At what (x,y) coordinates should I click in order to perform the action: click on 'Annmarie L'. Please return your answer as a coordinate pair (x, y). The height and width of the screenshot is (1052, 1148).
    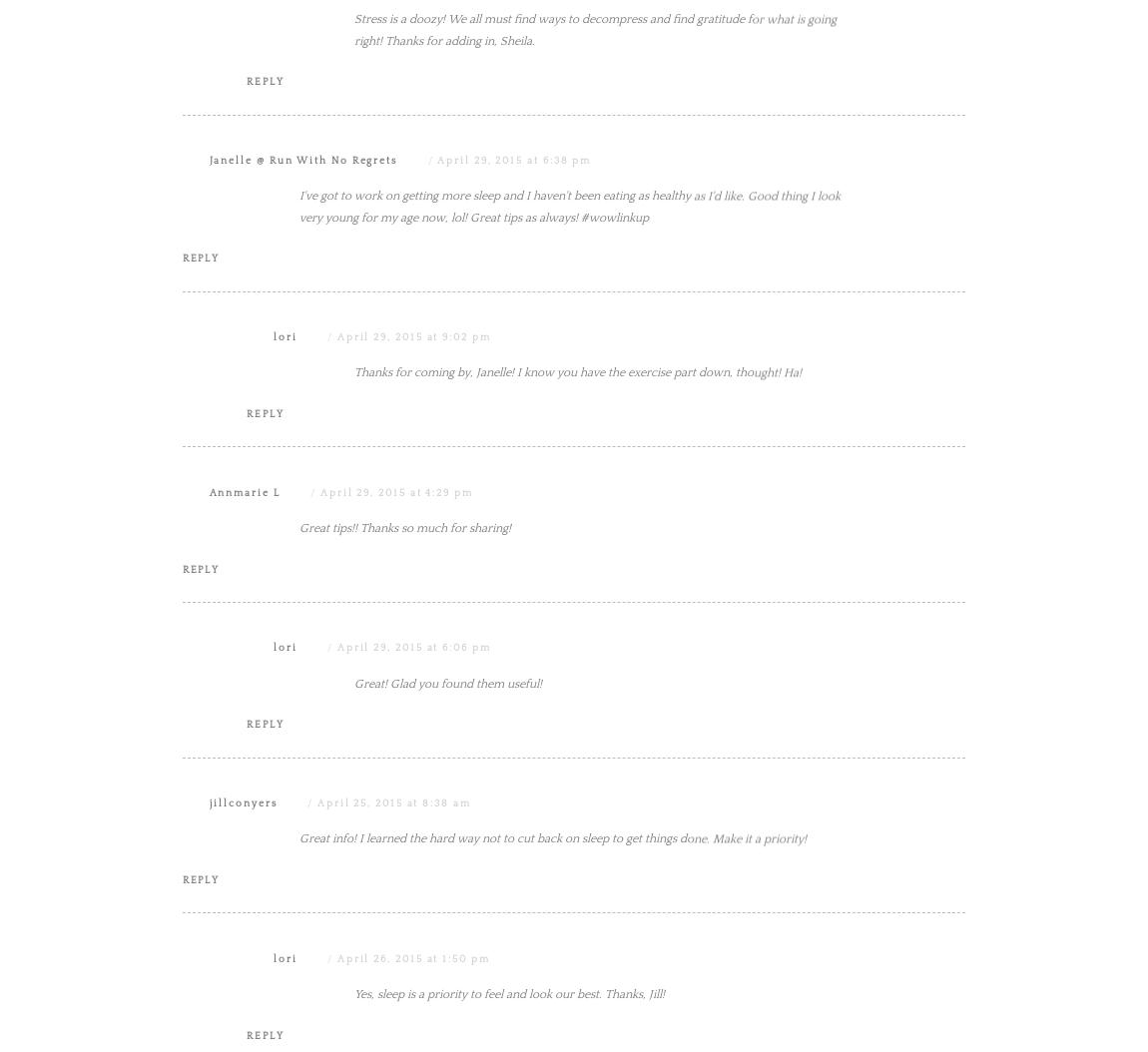
    Looking at the image, I should click on (207, 693).